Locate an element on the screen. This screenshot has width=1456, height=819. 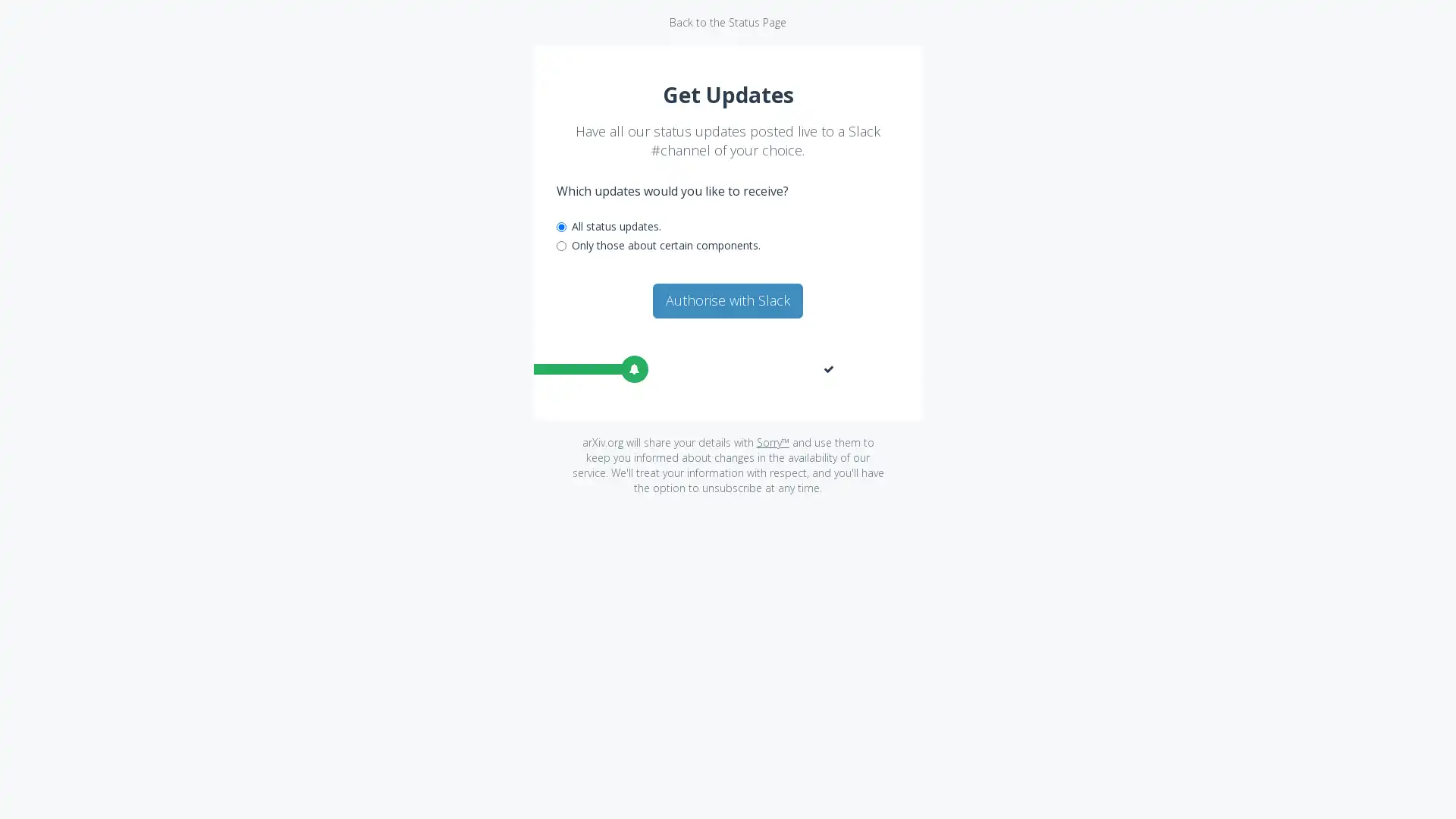
Authorise with Slack is located at coordinates (728, 300).